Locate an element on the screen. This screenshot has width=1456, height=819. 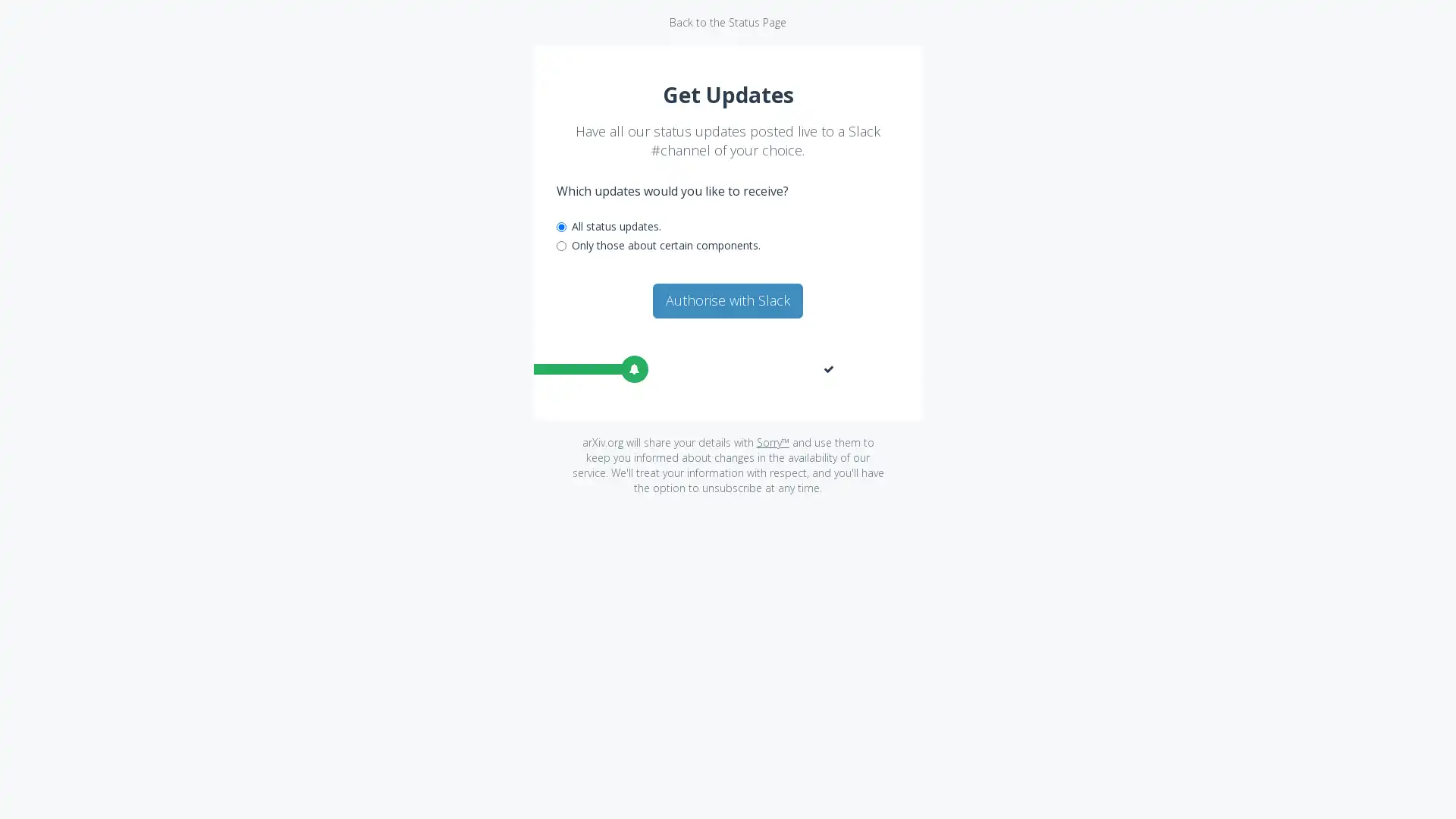
Authorise with Slack is located at coordinates (728, 300).